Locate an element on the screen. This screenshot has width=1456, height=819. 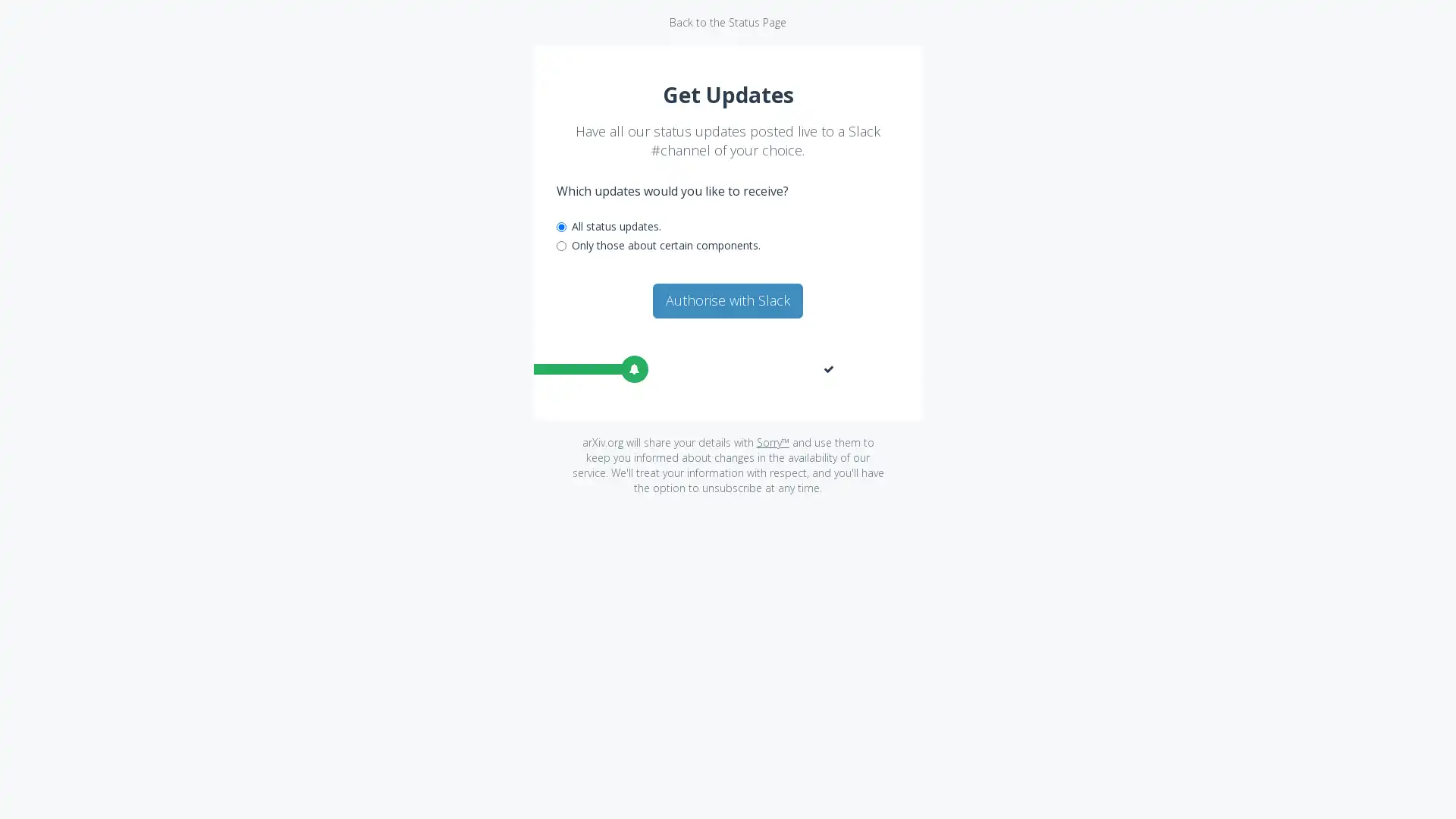
Authorise with Slack is located at coordinates (728, 300).